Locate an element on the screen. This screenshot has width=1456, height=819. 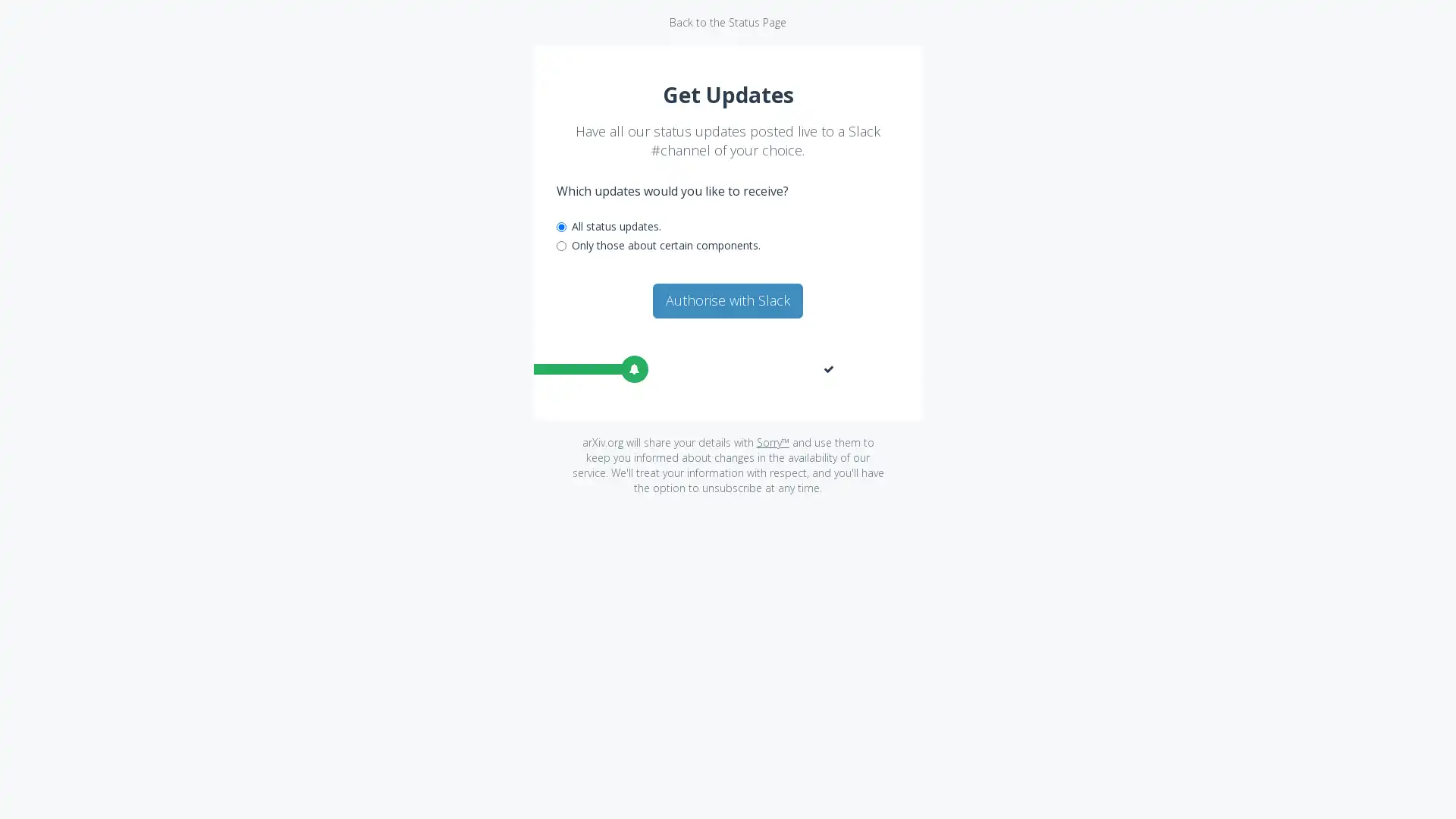
Authorise with Slack is located at coordinates (728, 300).